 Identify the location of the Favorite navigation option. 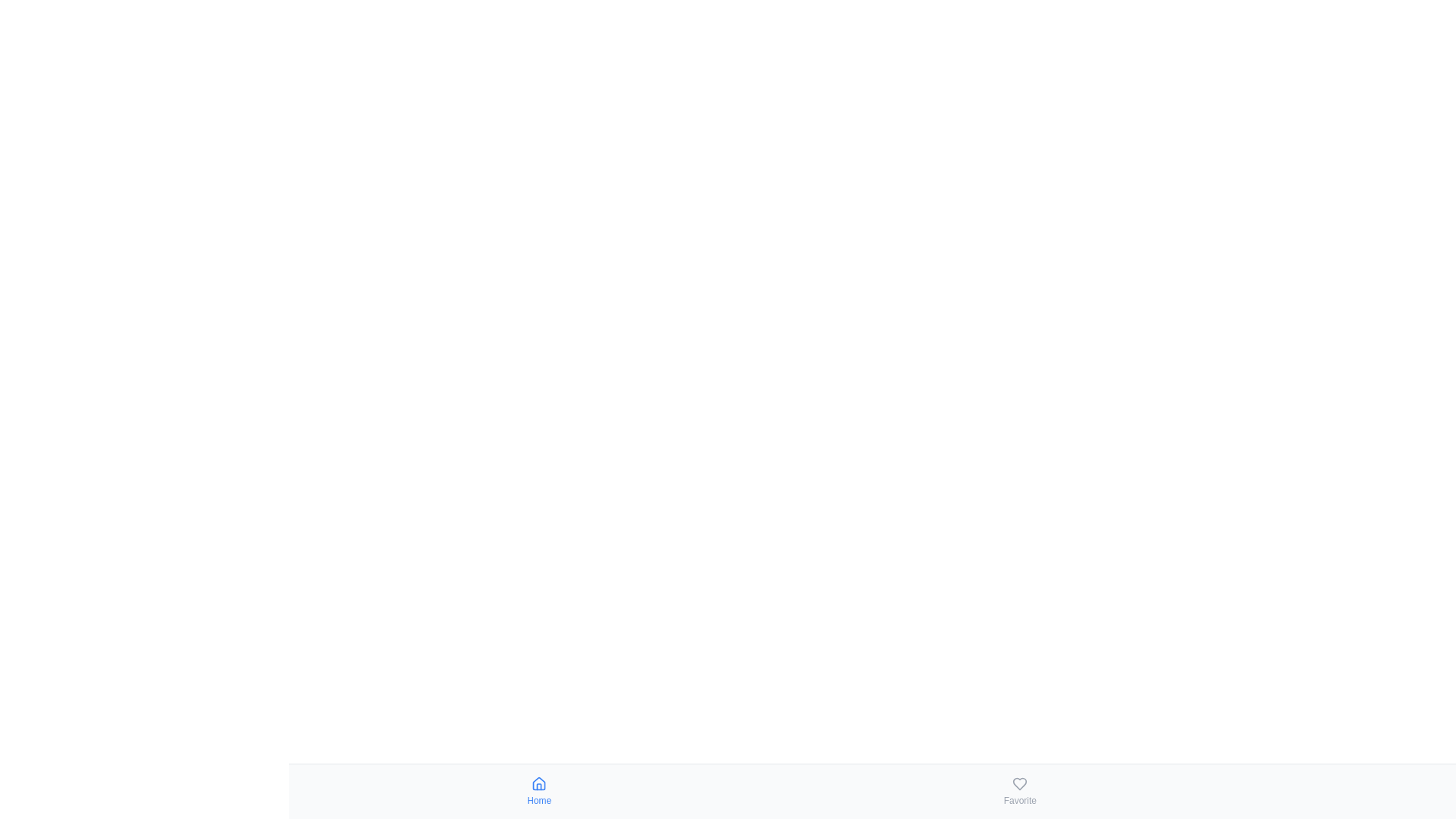
(1019, 791).